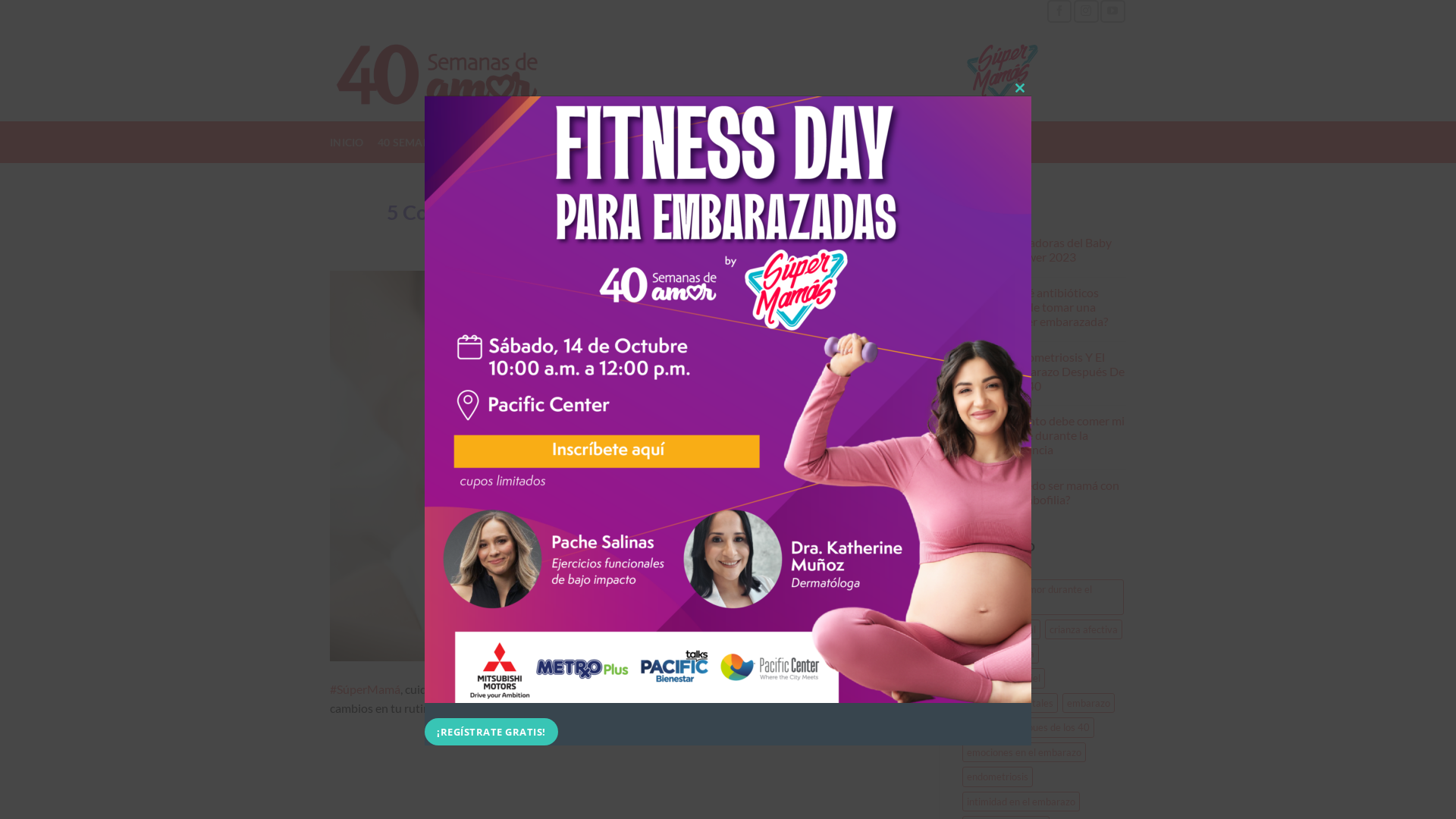  What do you see at coordinates (1008, 88) in the screenshot?
I see `'CLOSE THIS MODULE'` at bounding box center [1008, 88].